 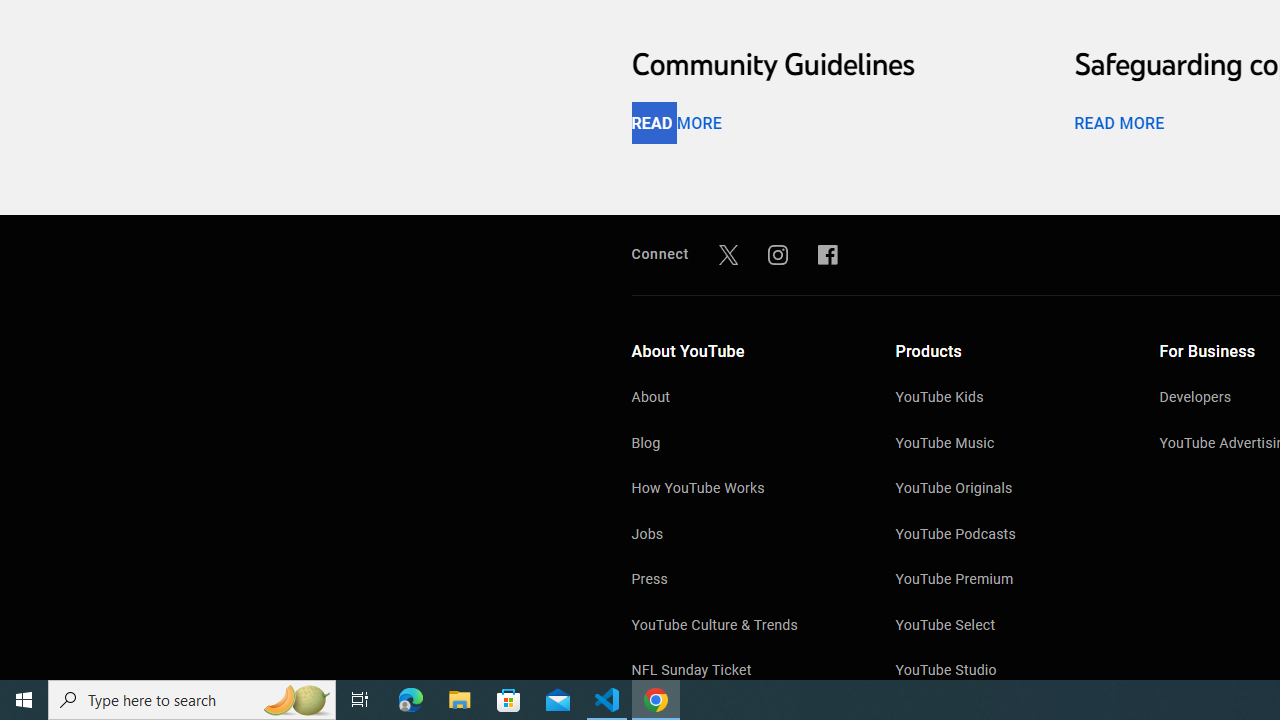 I want to click on 'YouTube Culture & Trends', so click(x=742, y=626).